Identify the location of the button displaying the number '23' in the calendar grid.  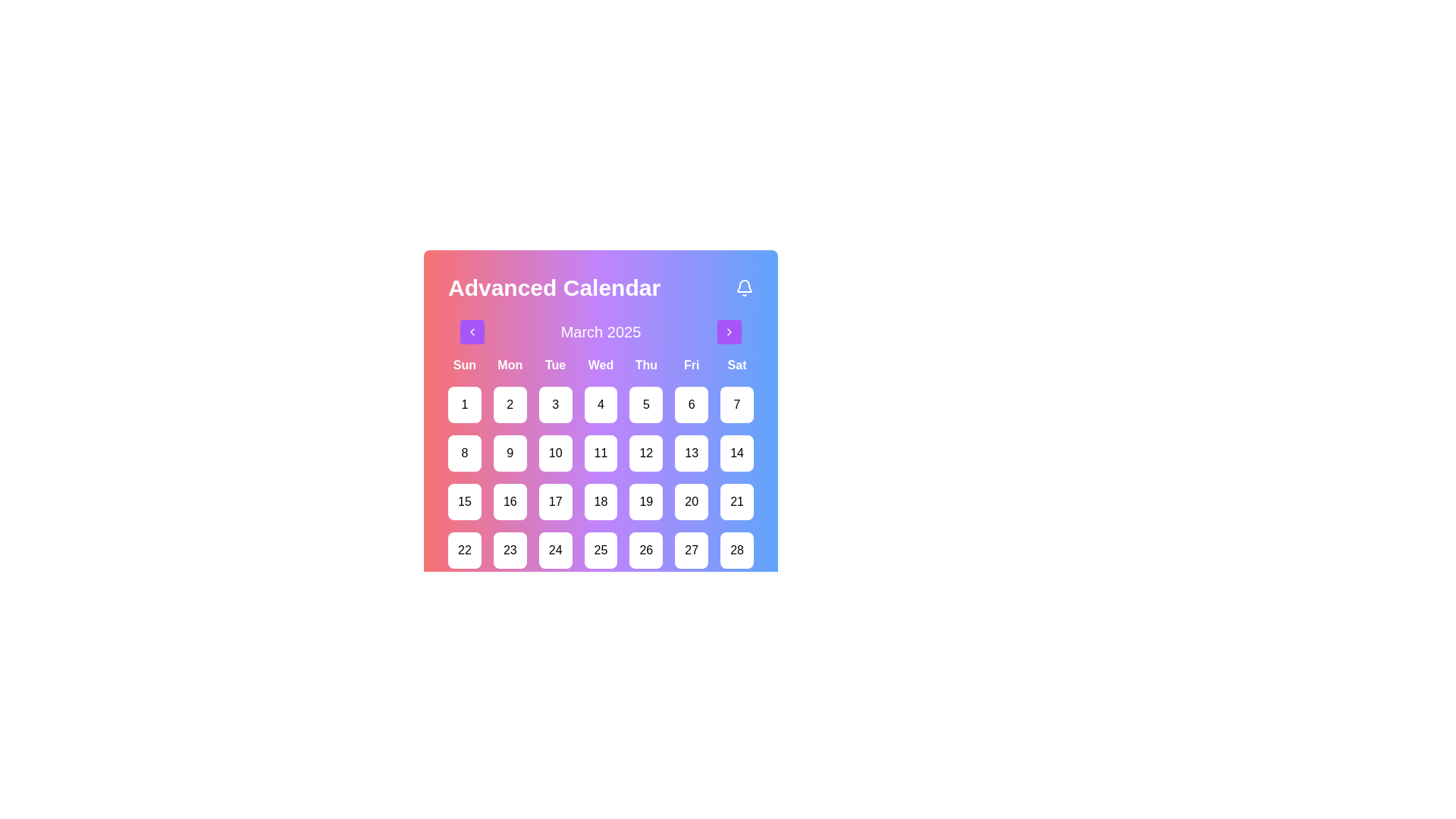
(510, 550).